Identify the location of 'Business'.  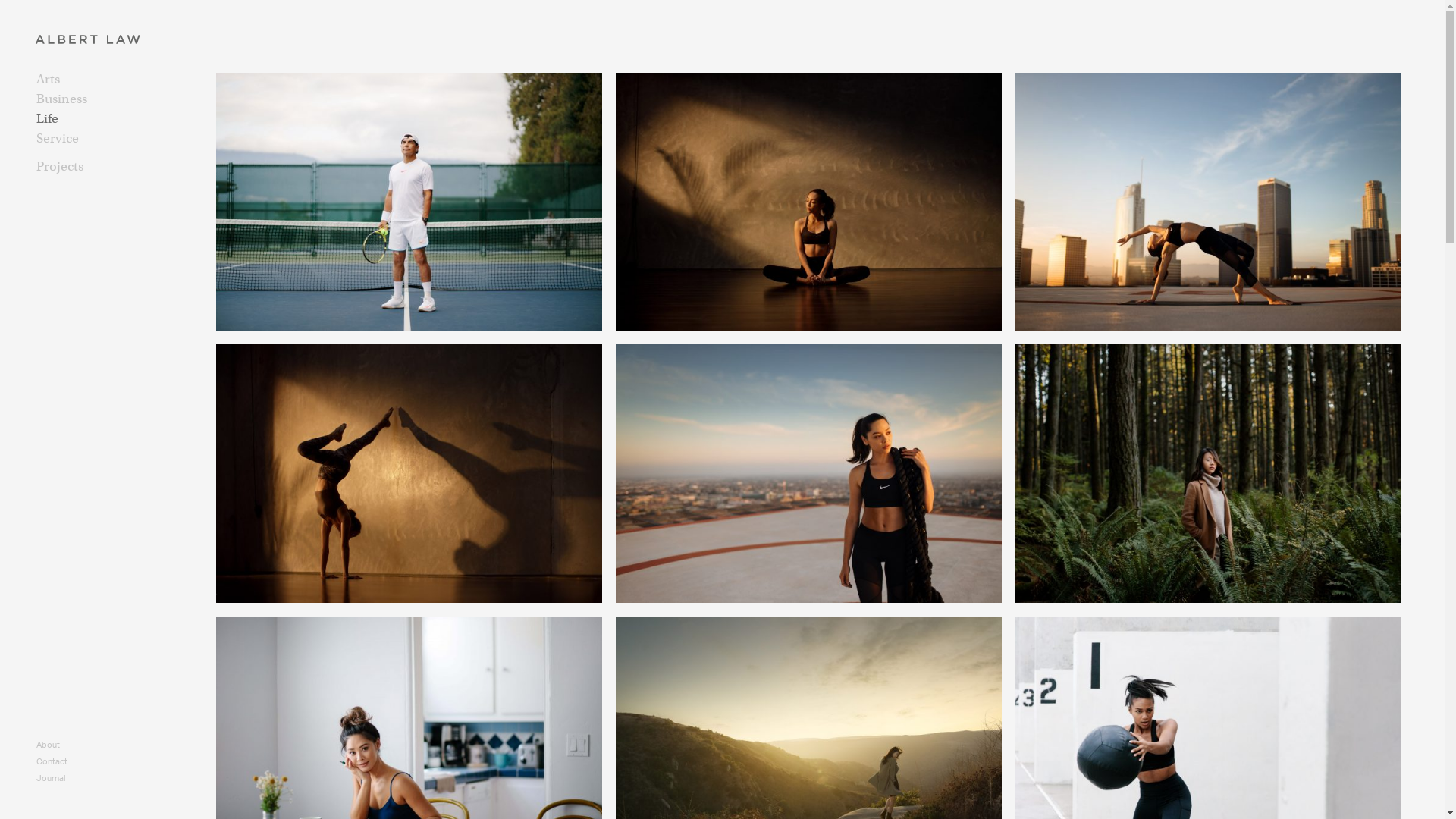
(36, 99).